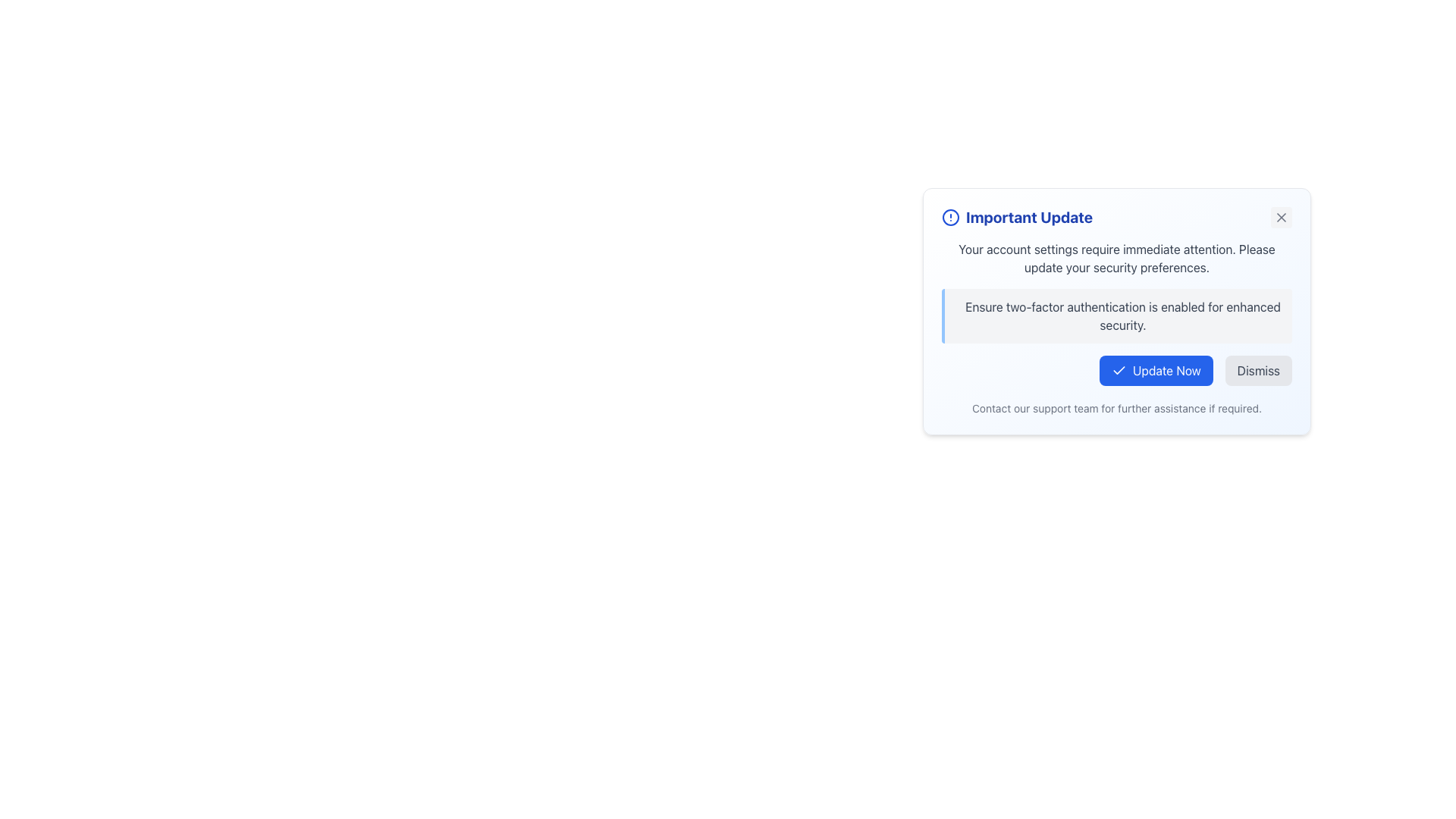 Image resolution: width=1456 pixels, height=819 pixels. I want to click on the Text Label that reads 'Your account settings require immediate attention. Please update your security preferences.' located in the modal box under the title 'Important Update.', so click(1117, 257).